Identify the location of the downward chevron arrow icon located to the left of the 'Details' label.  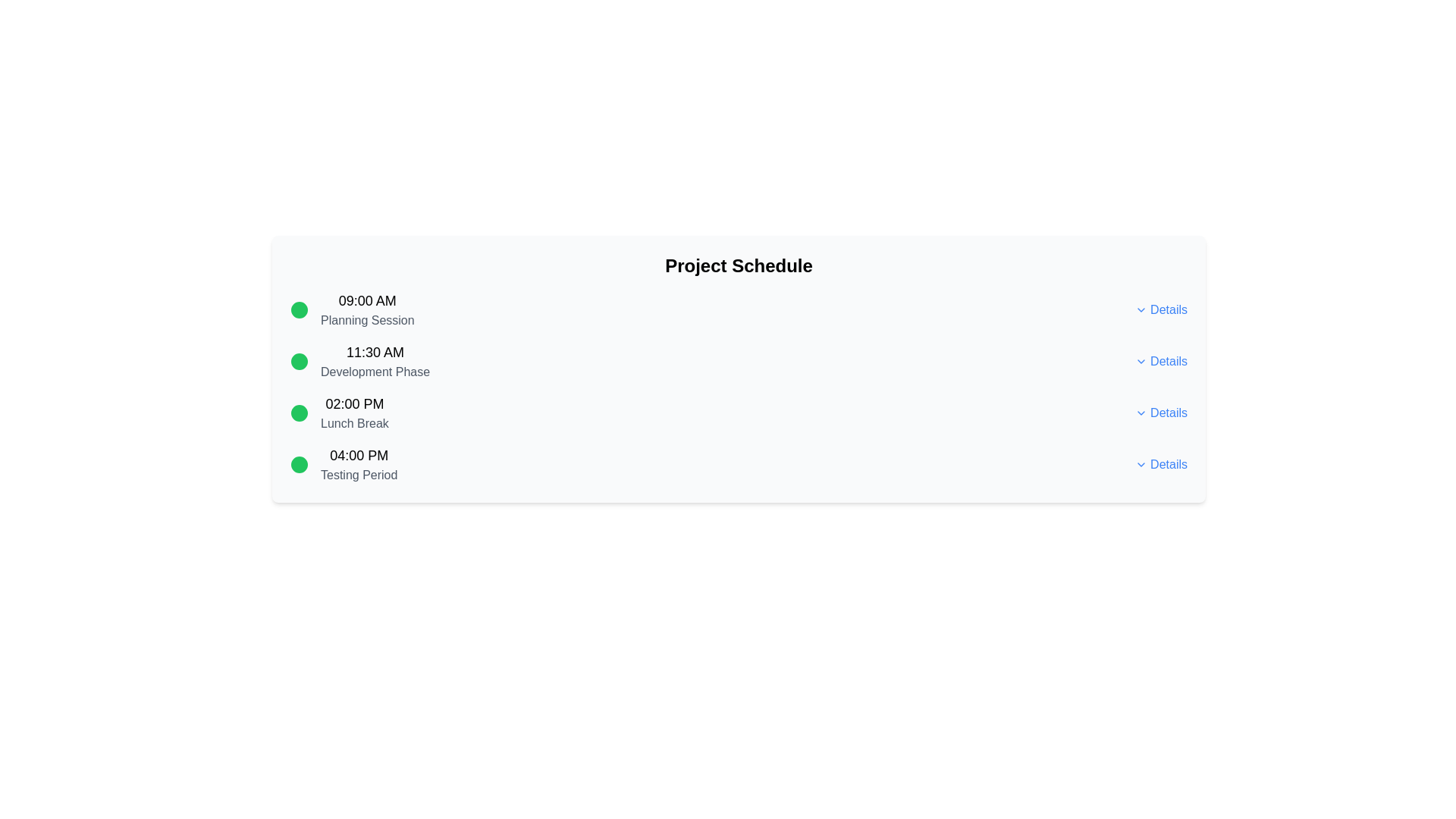
(1141, 362).